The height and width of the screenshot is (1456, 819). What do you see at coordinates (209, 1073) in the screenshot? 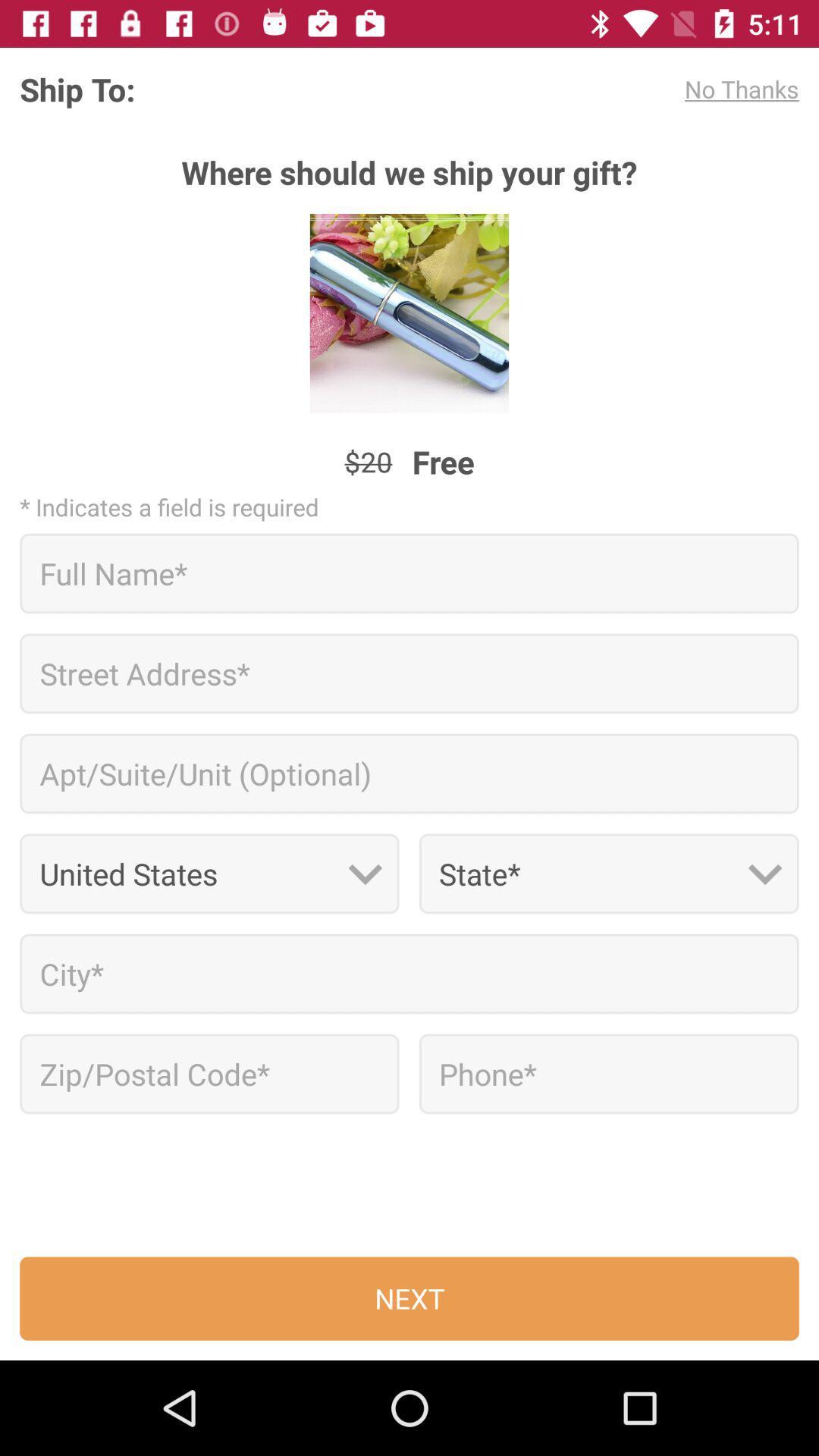
I see `zip code` at bounding box center [209, 1073].